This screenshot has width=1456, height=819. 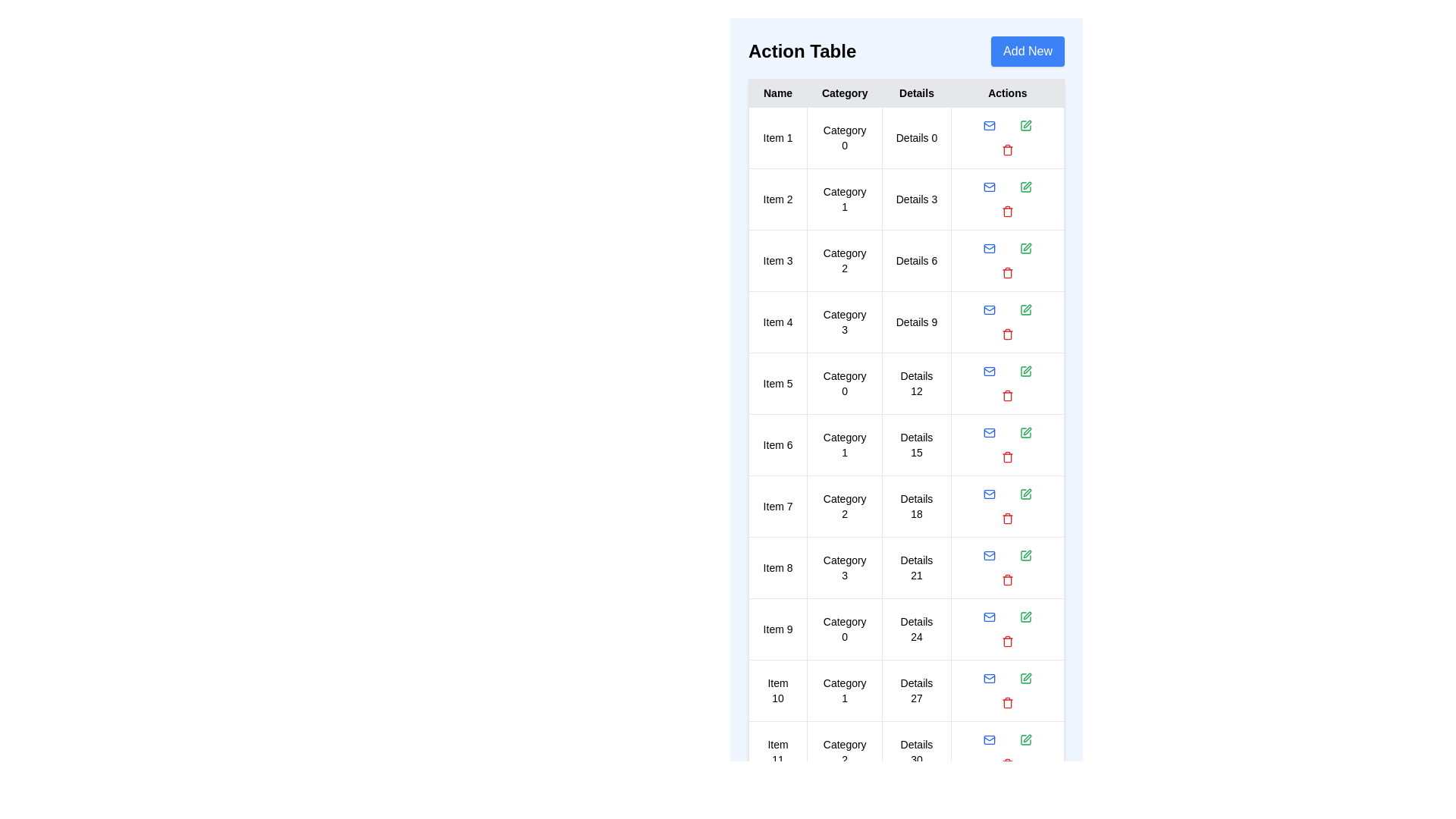 What do you see at coordinates (778, 93) in the screenshot?
I see `the table header Name to sort or filter the table by that column` at bounding box center [778, 93].